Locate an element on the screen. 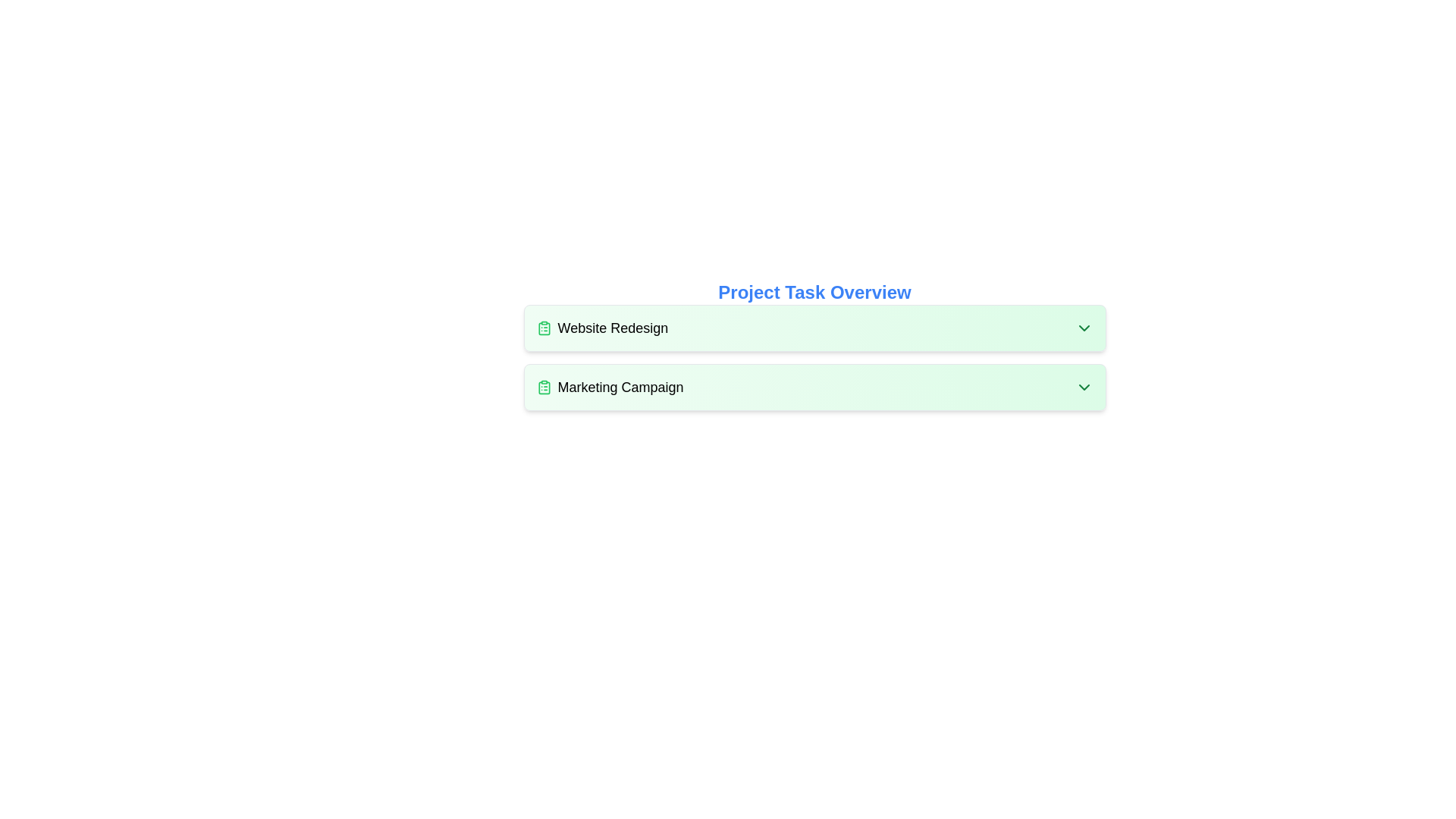  the green clipboard icon representing a list, located to the left of the 'Website Redesign' task label is located at coordinates (544, 327).